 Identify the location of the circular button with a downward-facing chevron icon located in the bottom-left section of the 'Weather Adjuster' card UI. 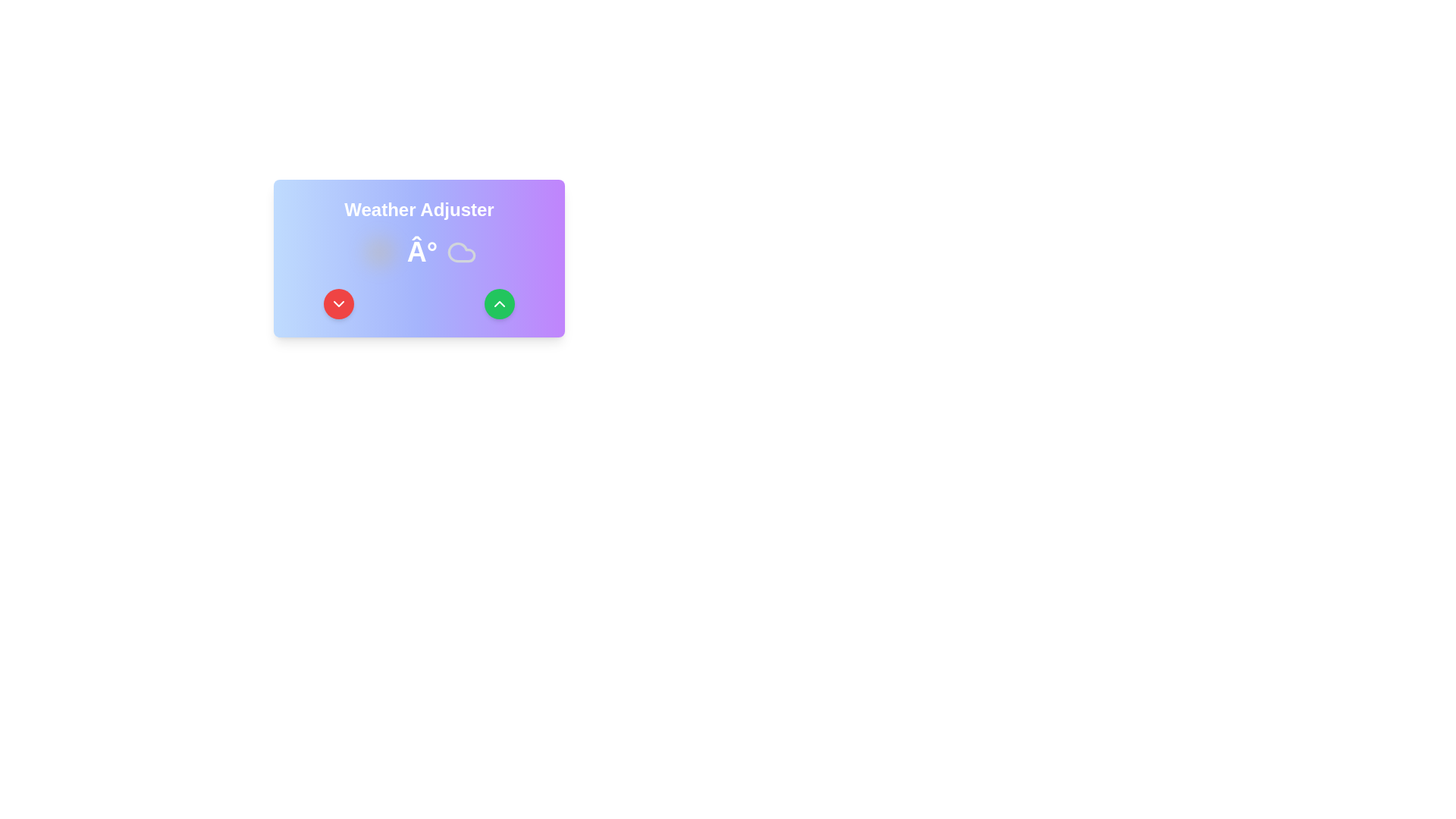
(337, 304).